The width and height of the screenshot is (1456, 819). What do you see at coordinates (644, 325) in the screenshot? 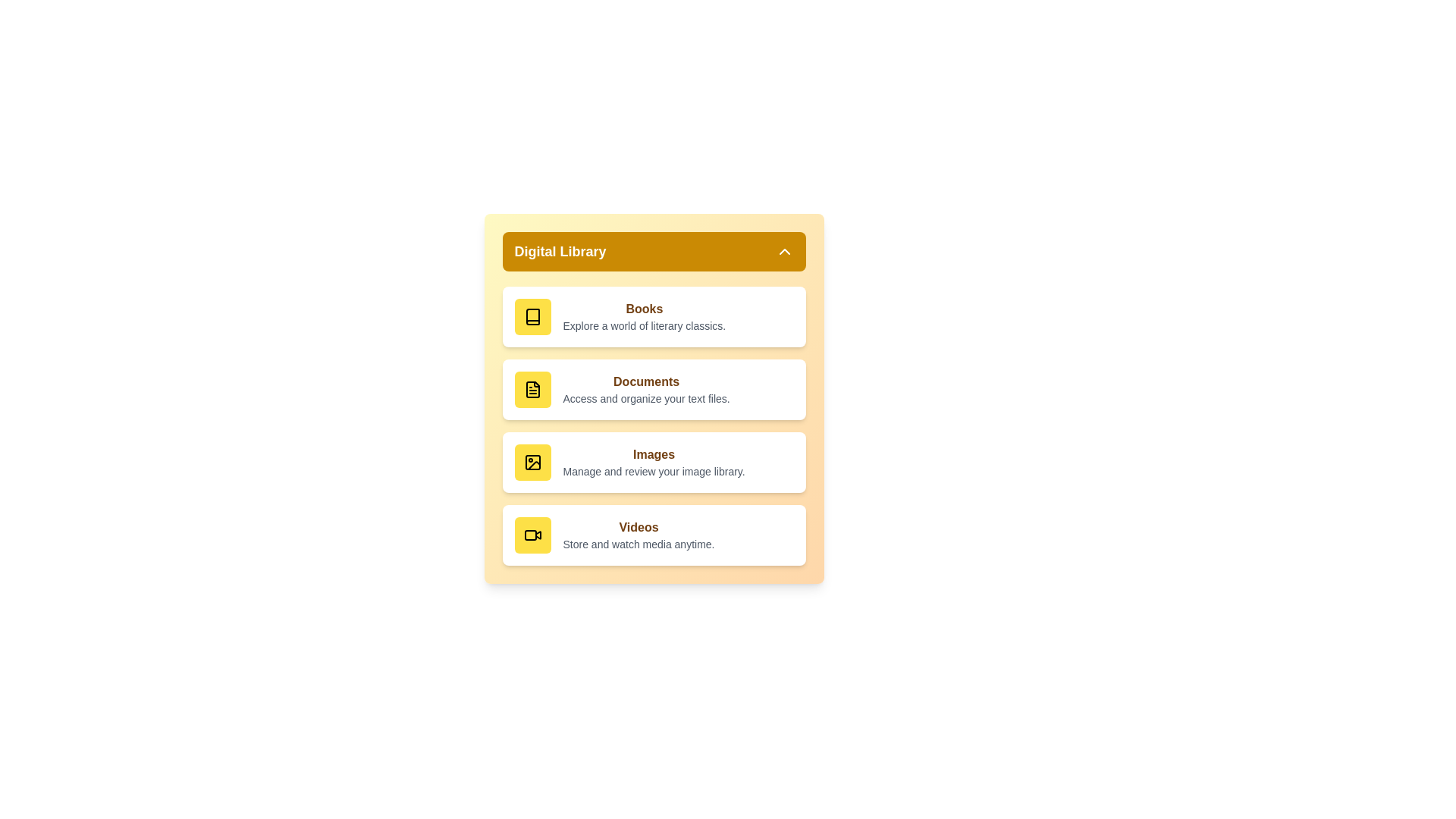
I see `the description of the Books section` at bounding box center [644, 325].